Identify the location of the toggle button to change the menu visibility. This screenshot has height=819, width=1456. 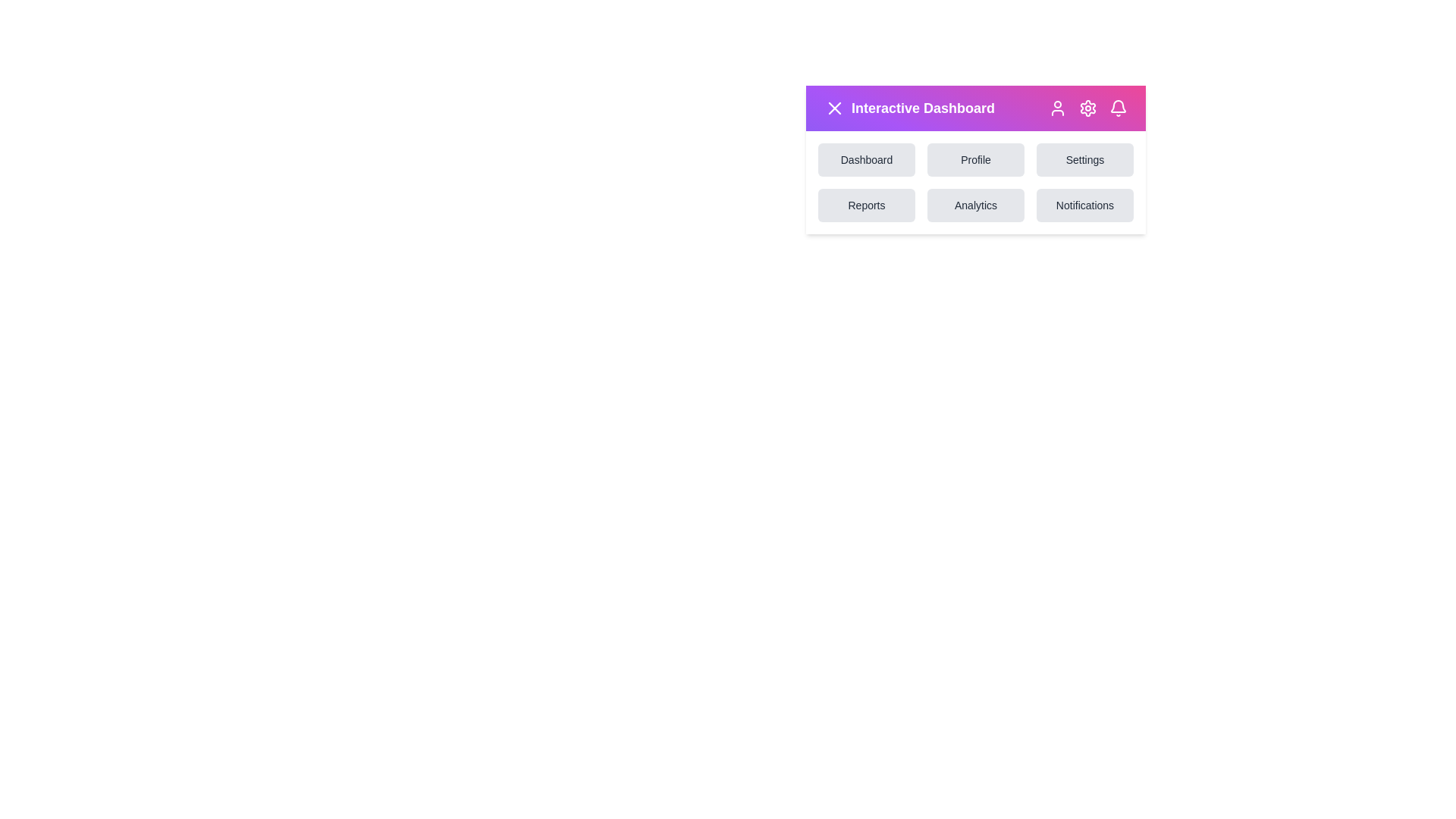
(833, 107).